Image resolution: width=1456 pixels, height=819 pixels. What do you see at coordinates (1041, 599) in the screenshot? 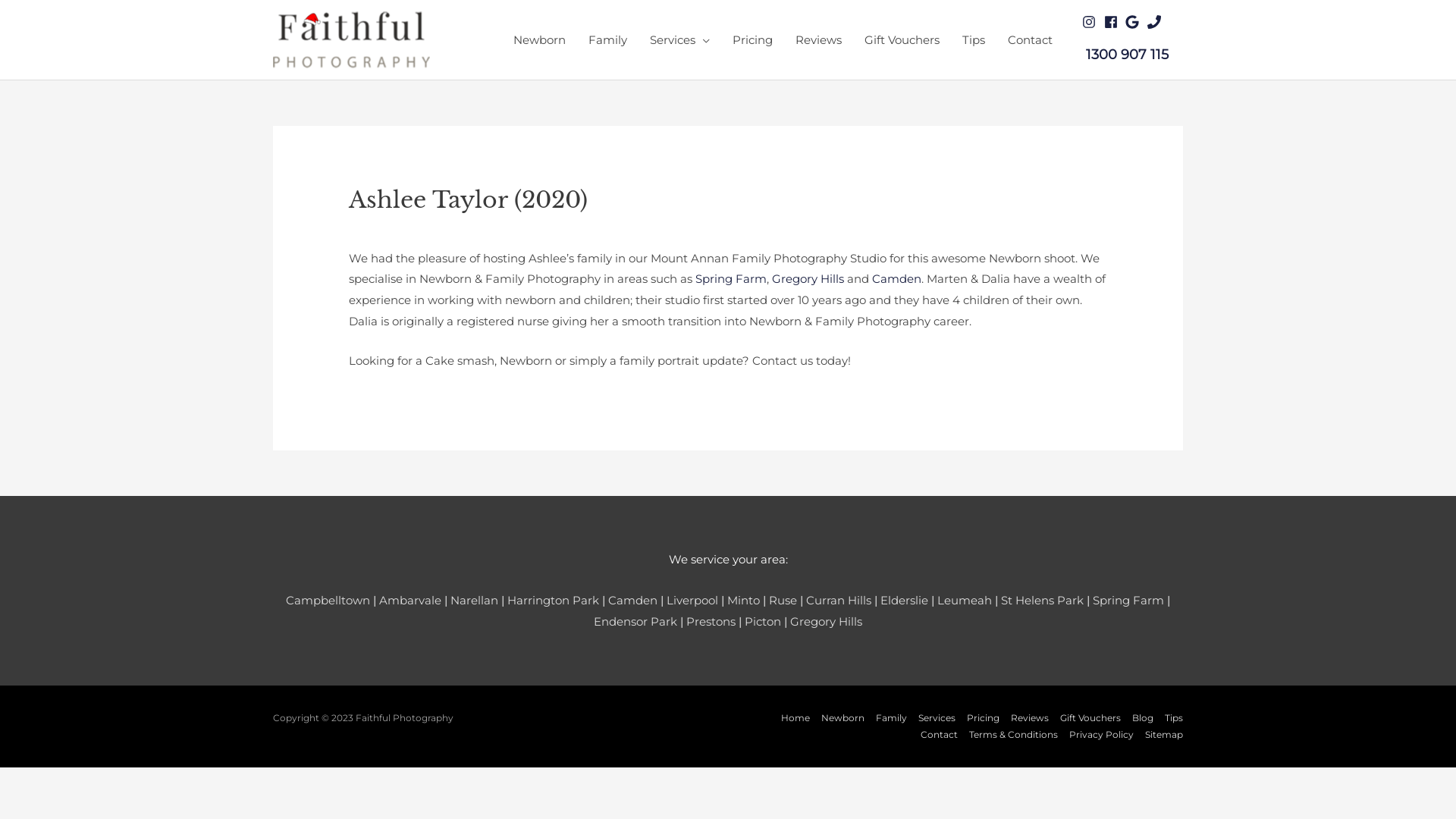
I see `'St Helens Park'` at bounding box center [1041, 599].